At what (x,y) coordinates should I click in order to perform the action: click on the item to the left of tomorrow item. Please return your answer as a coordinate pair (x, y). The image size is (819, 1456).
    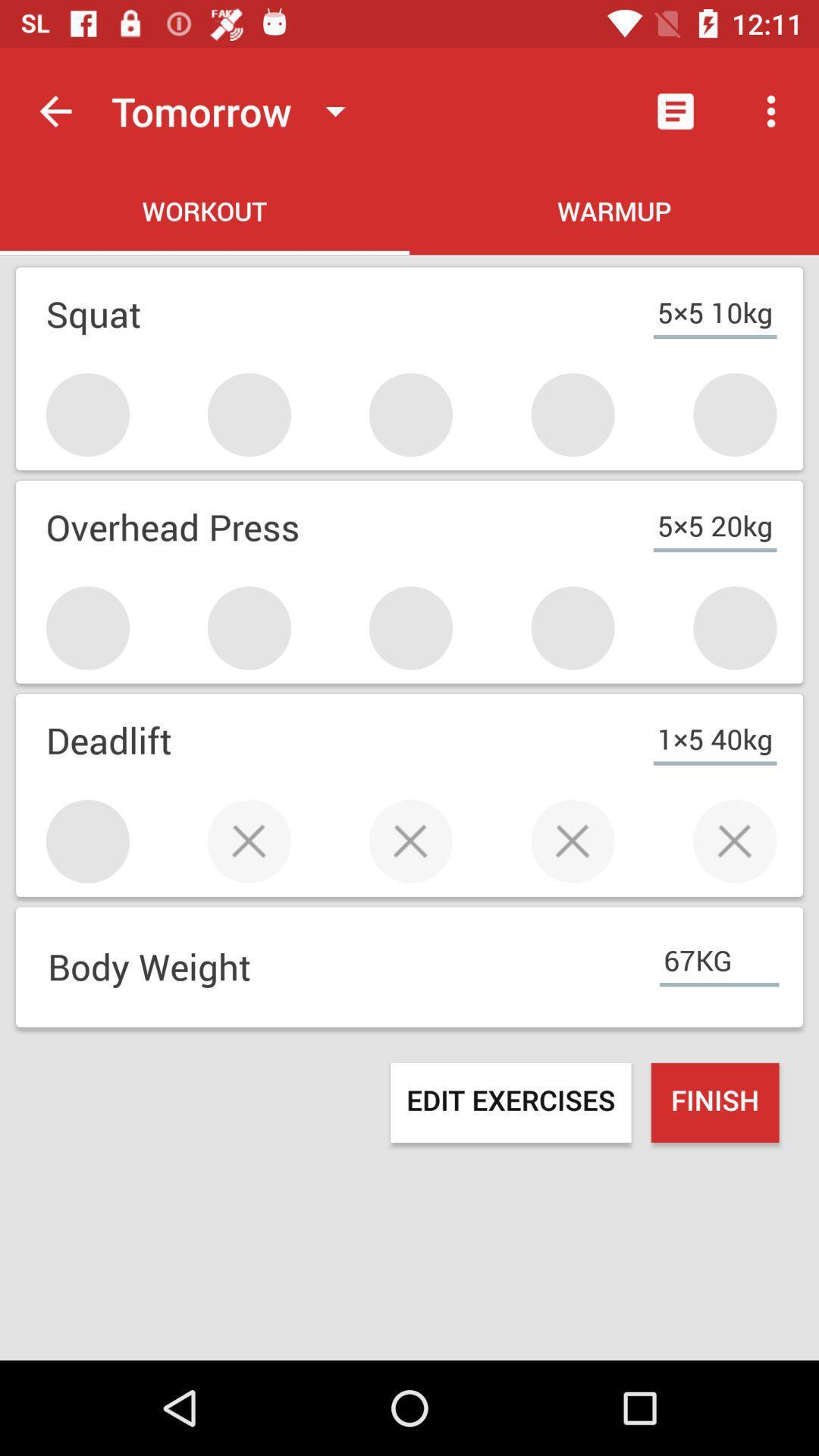
    Looking at the image, I should click on (55, 111).